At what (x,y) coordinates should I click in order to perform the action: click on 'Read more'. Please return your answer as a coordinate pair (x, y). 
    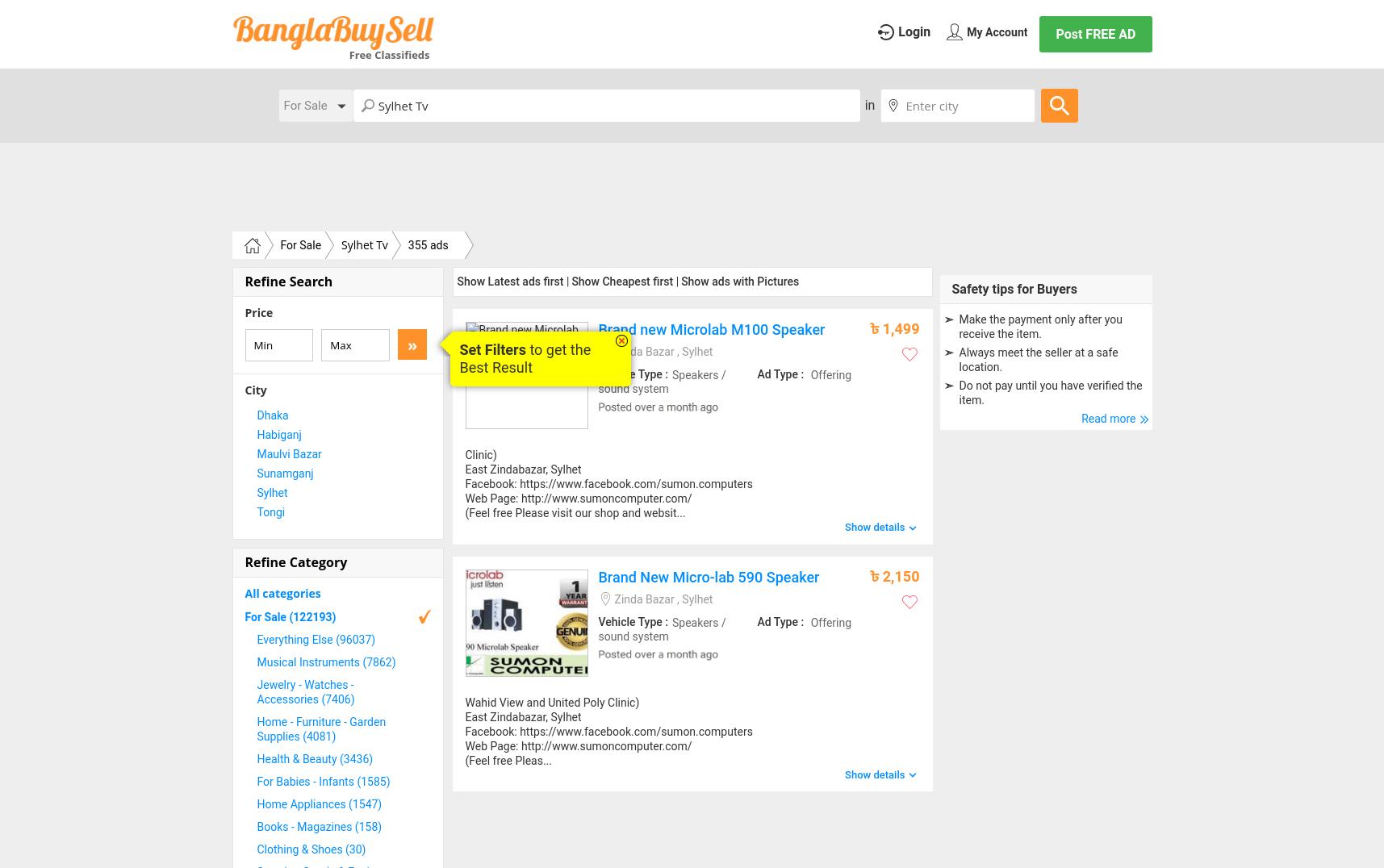
    Looking at the image, I should click on (1080, 418).